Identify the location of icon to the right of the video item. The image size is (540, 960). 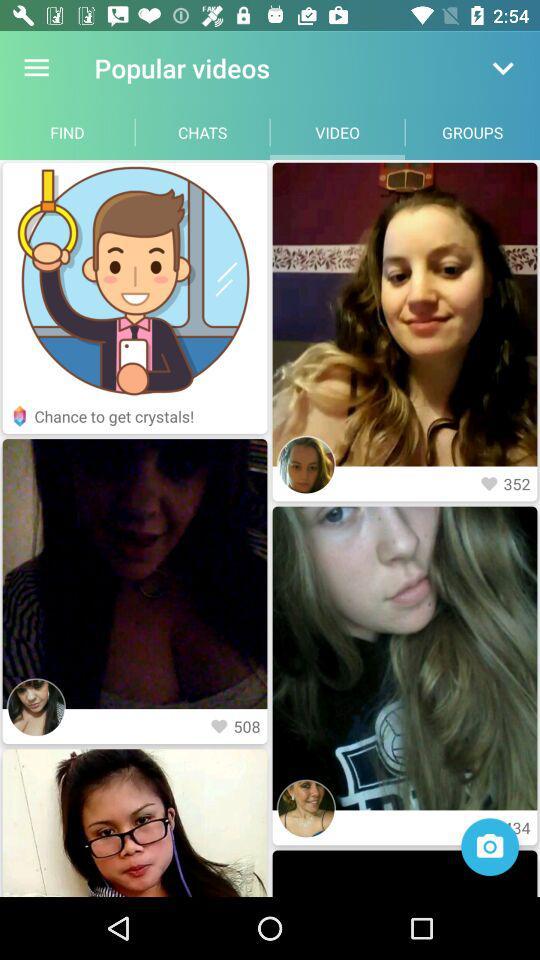
(472, 131).